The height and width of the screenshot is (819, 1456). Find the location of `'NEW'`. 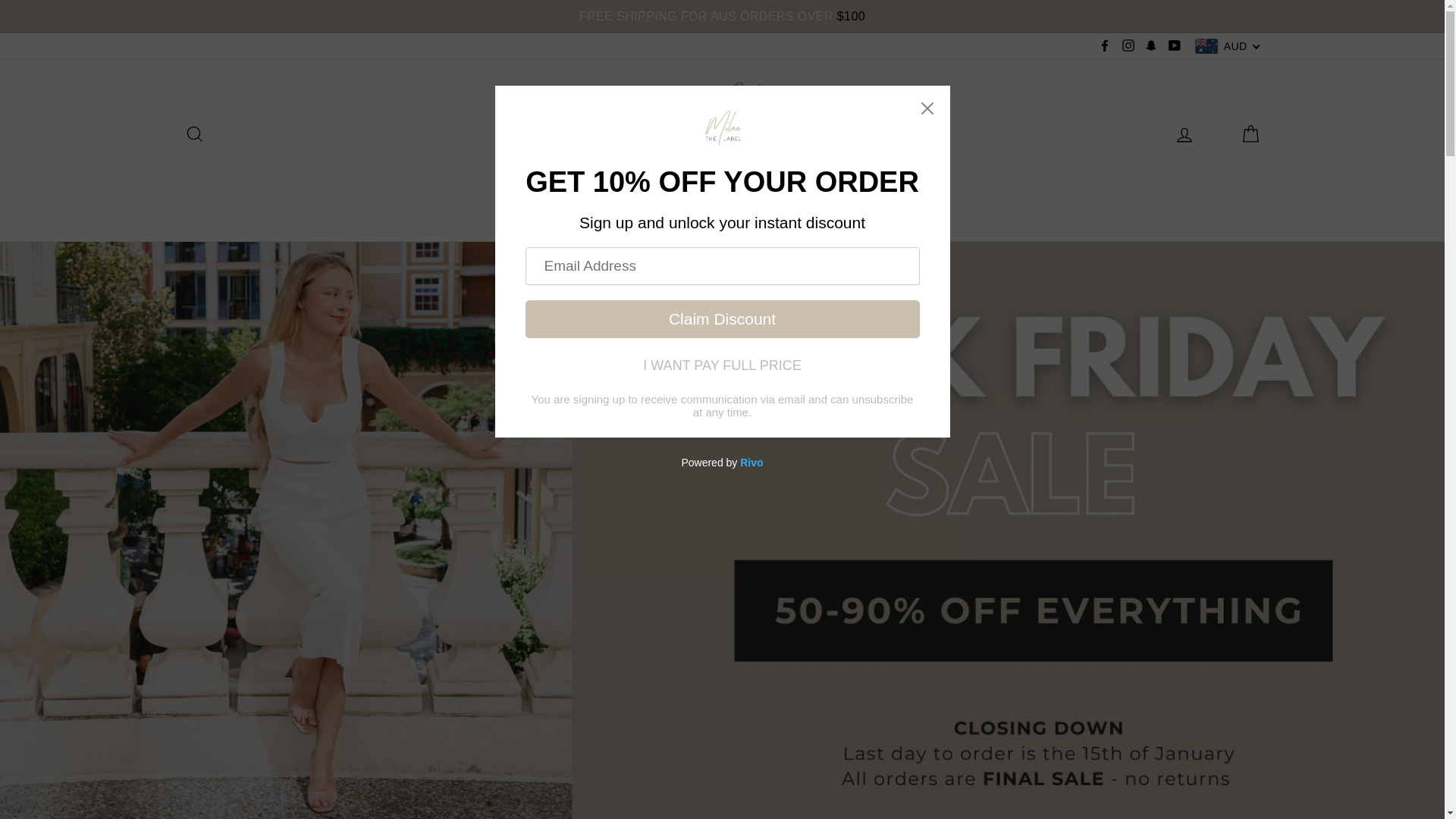

'NEW' is located at coordinates (516, 209).